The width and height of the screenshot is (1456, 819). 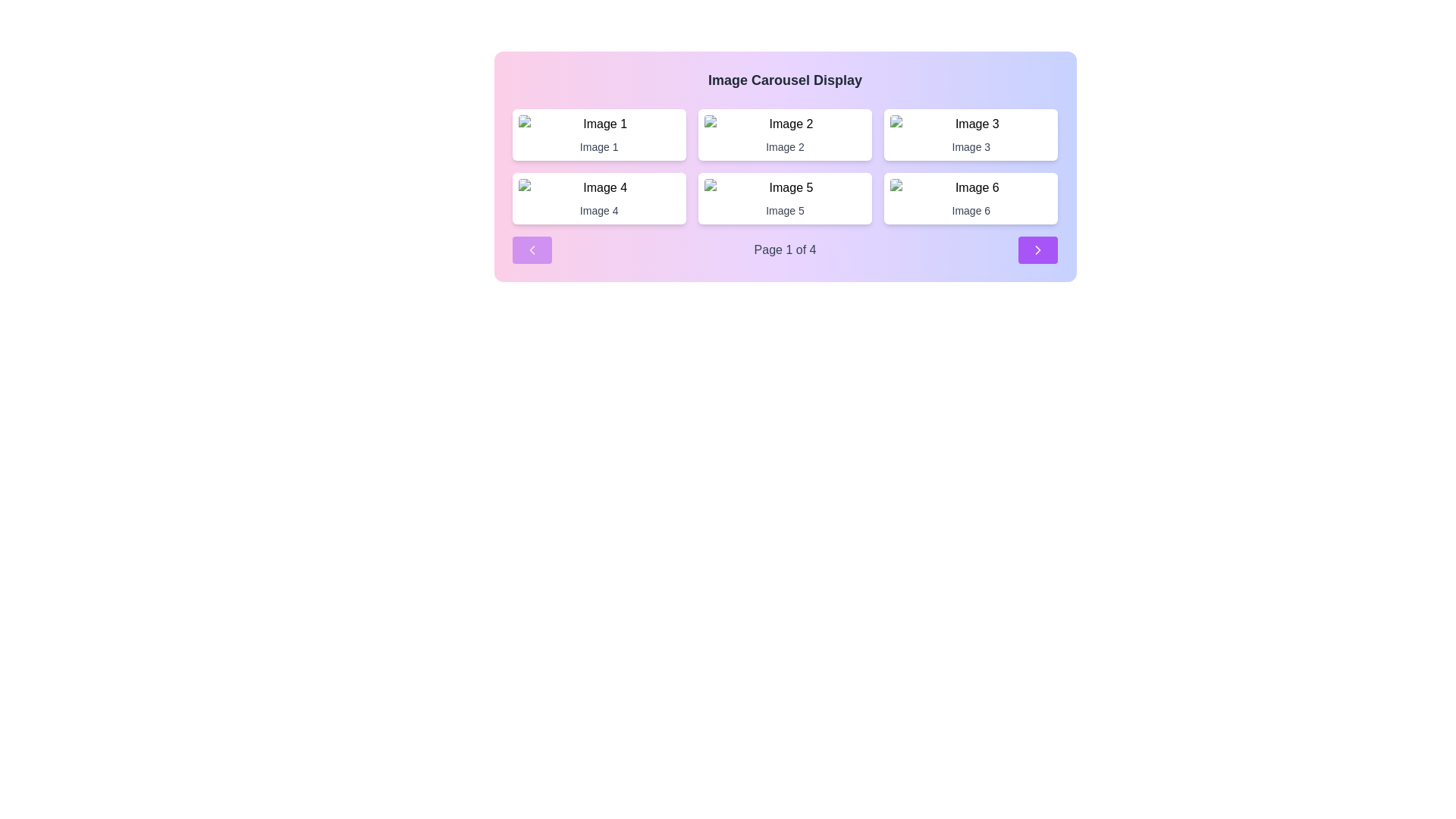 I want to click on the first image in the 'Image Carousel Display' grid, so click(x=598, y=124).